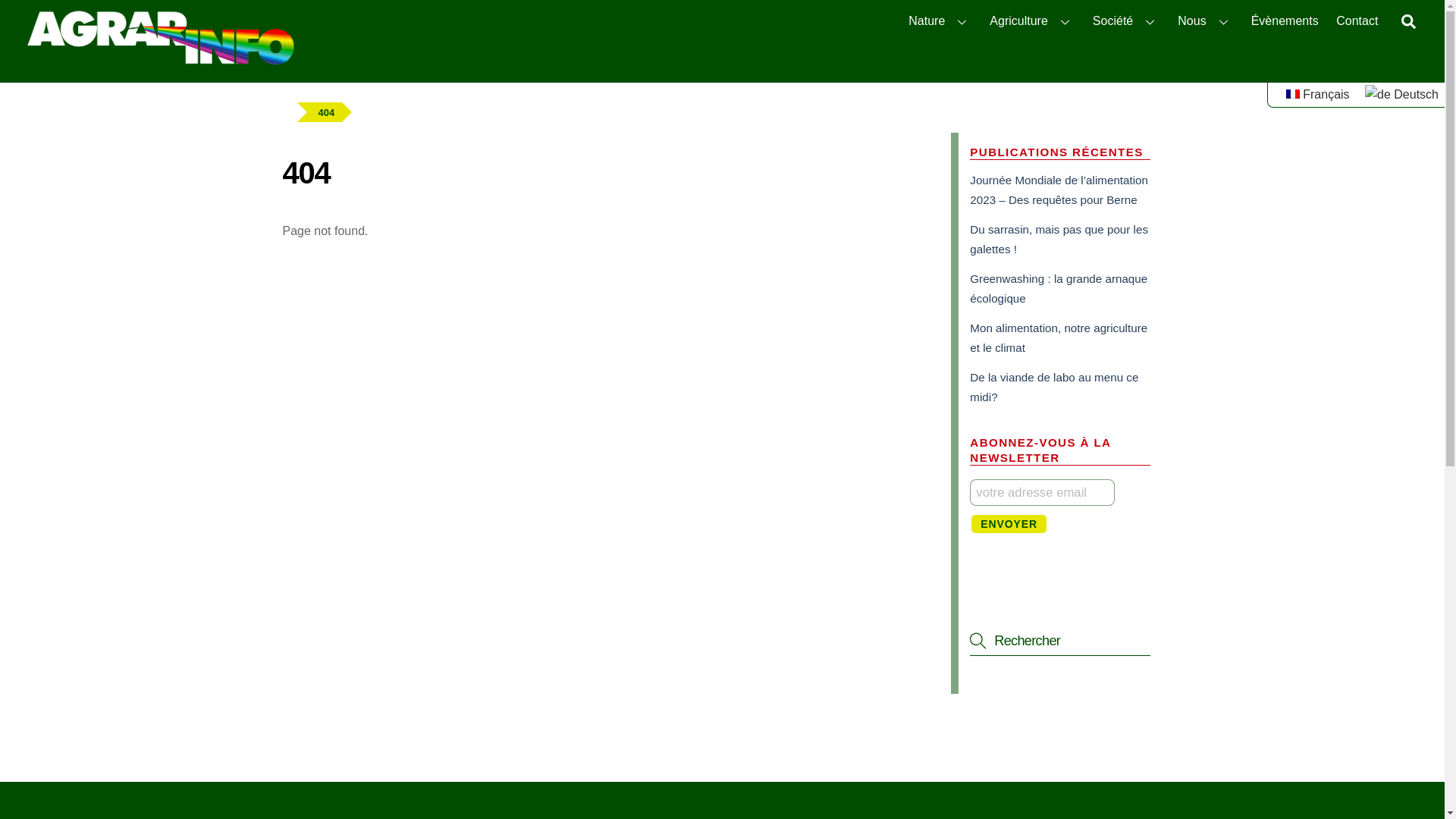  What do you see at coordinates (1357, 20) in the screenshot?
I see `'Contact'` at bounding box center [1357, 20].